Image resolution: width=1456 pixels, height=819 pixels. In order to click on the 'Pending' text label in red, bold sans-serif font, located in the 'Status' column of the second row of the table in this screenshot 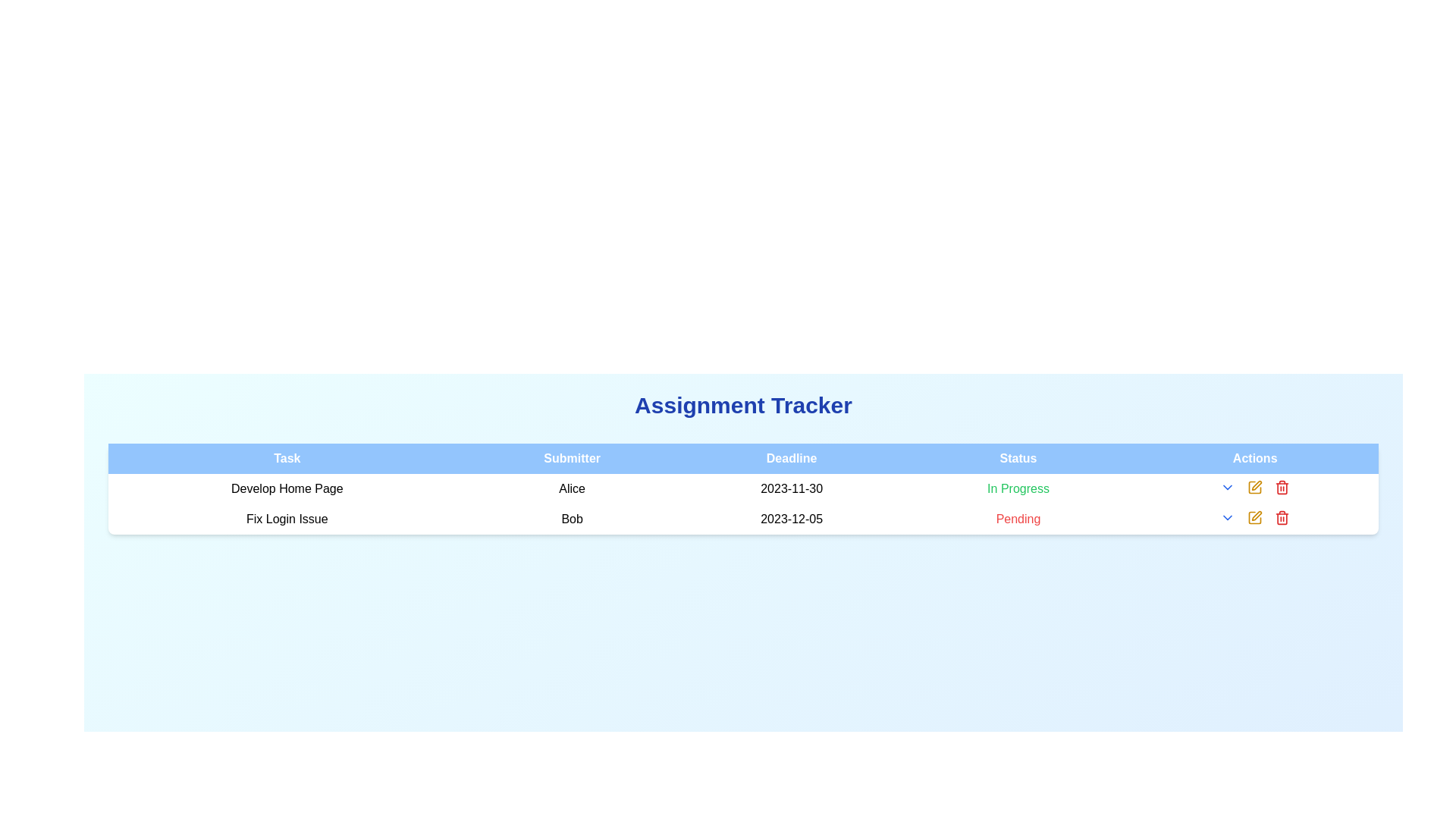, I will do `click(1018, 519)`.